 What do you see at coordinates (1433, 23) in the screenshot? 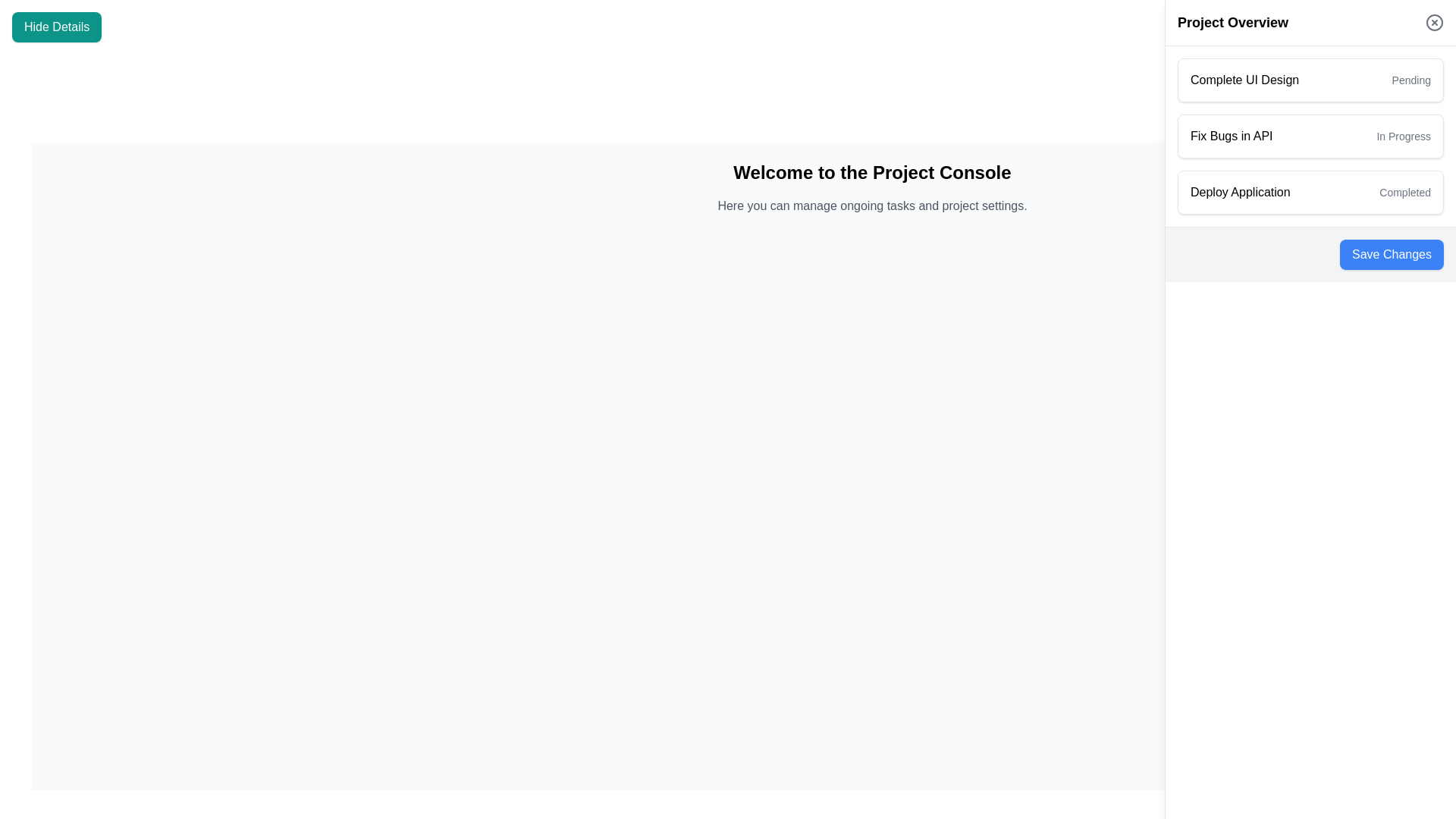
I see `the Close button, which is a circular SVG graphic with a cross inside, located at the top right corner of the 'Project Overview' panel` at bounding box center [1433, 23].